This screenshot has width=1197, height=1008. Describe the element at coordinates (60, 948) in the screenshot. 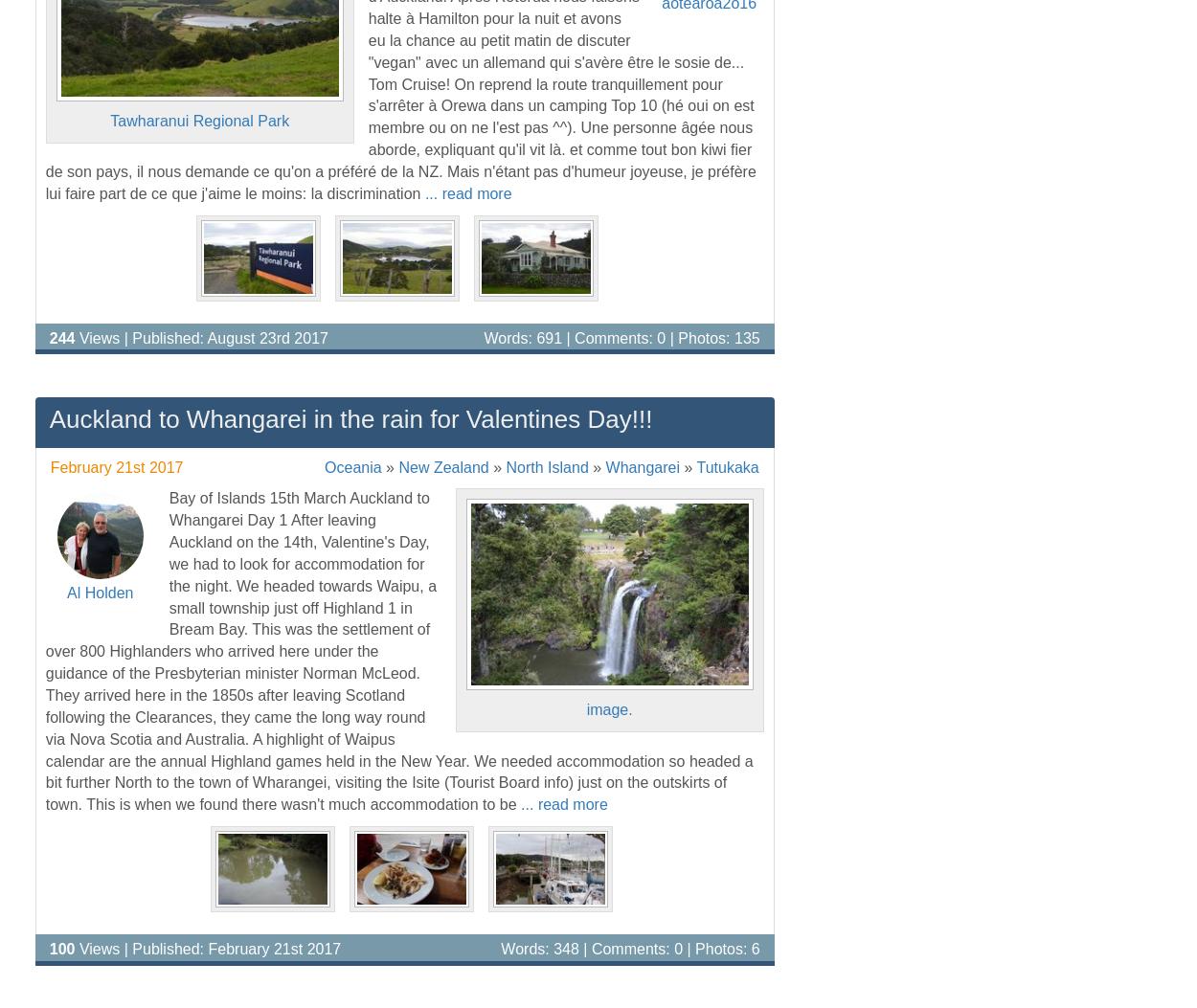

I see `'100'` at that location.